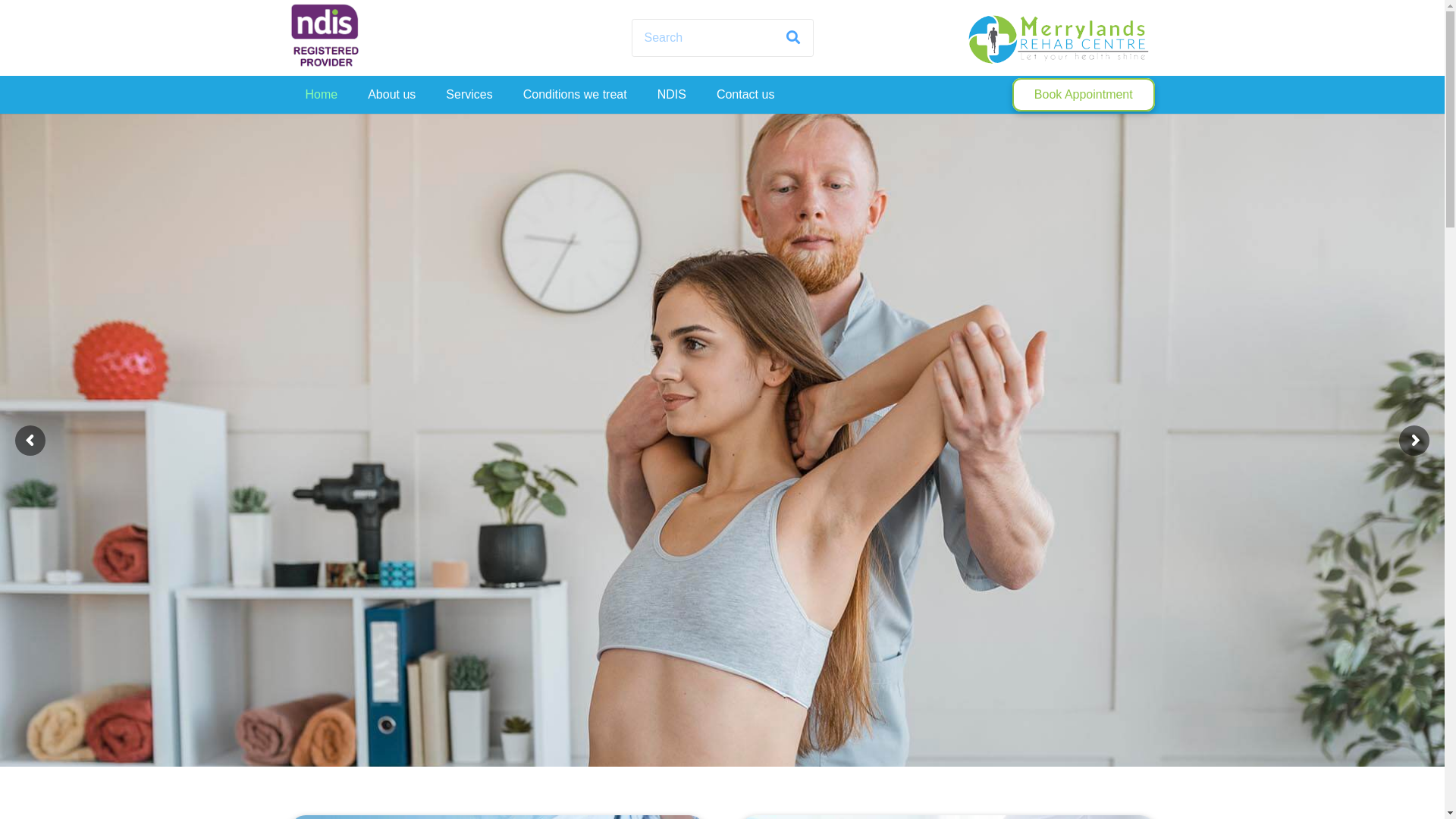 The image size is (1456, 819). I want to click on 'Book Appointment', so click(1082, 95).